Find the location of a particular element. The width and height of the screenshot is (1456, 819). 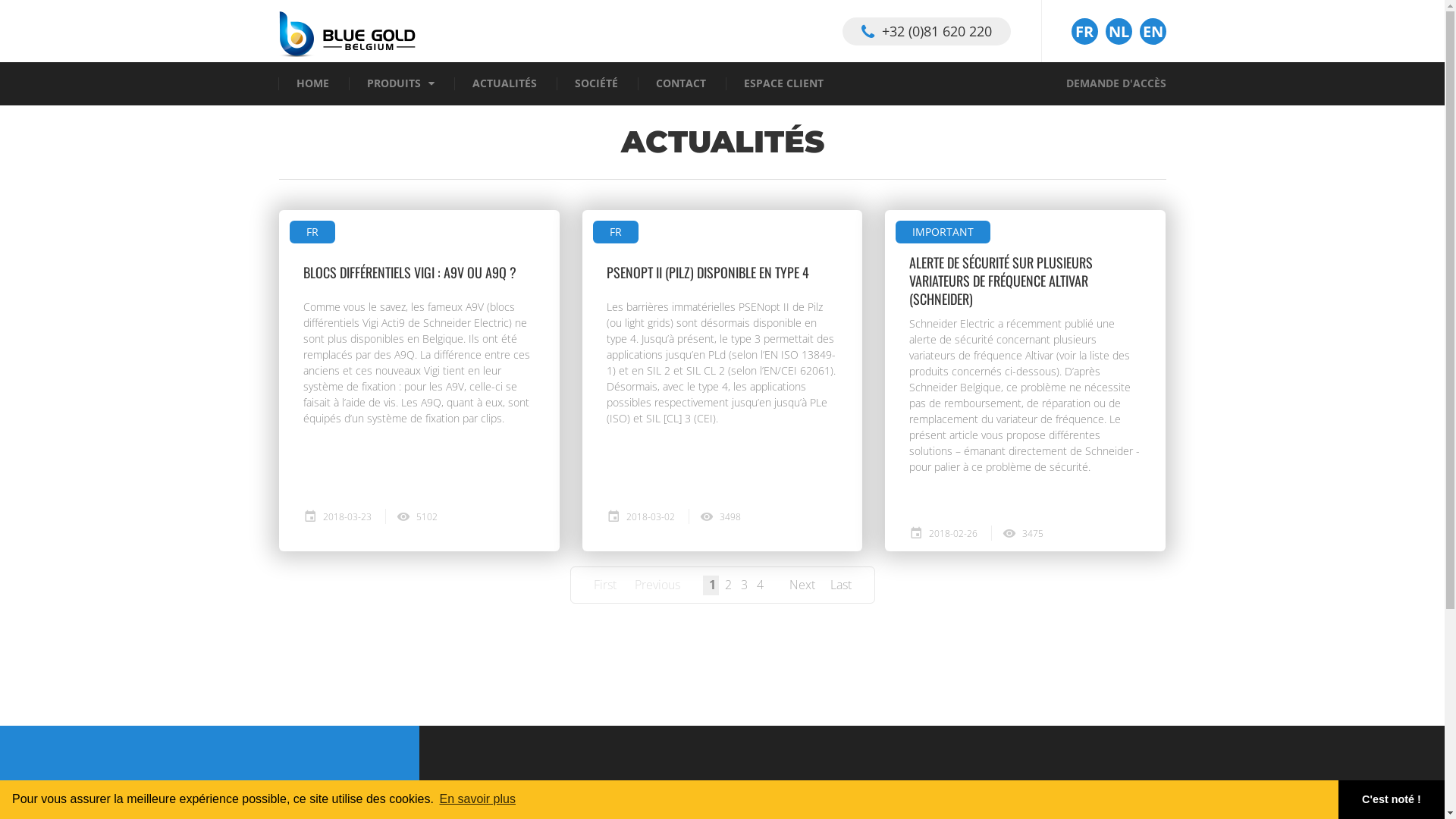

'3' is located at coordinates (743, 584).